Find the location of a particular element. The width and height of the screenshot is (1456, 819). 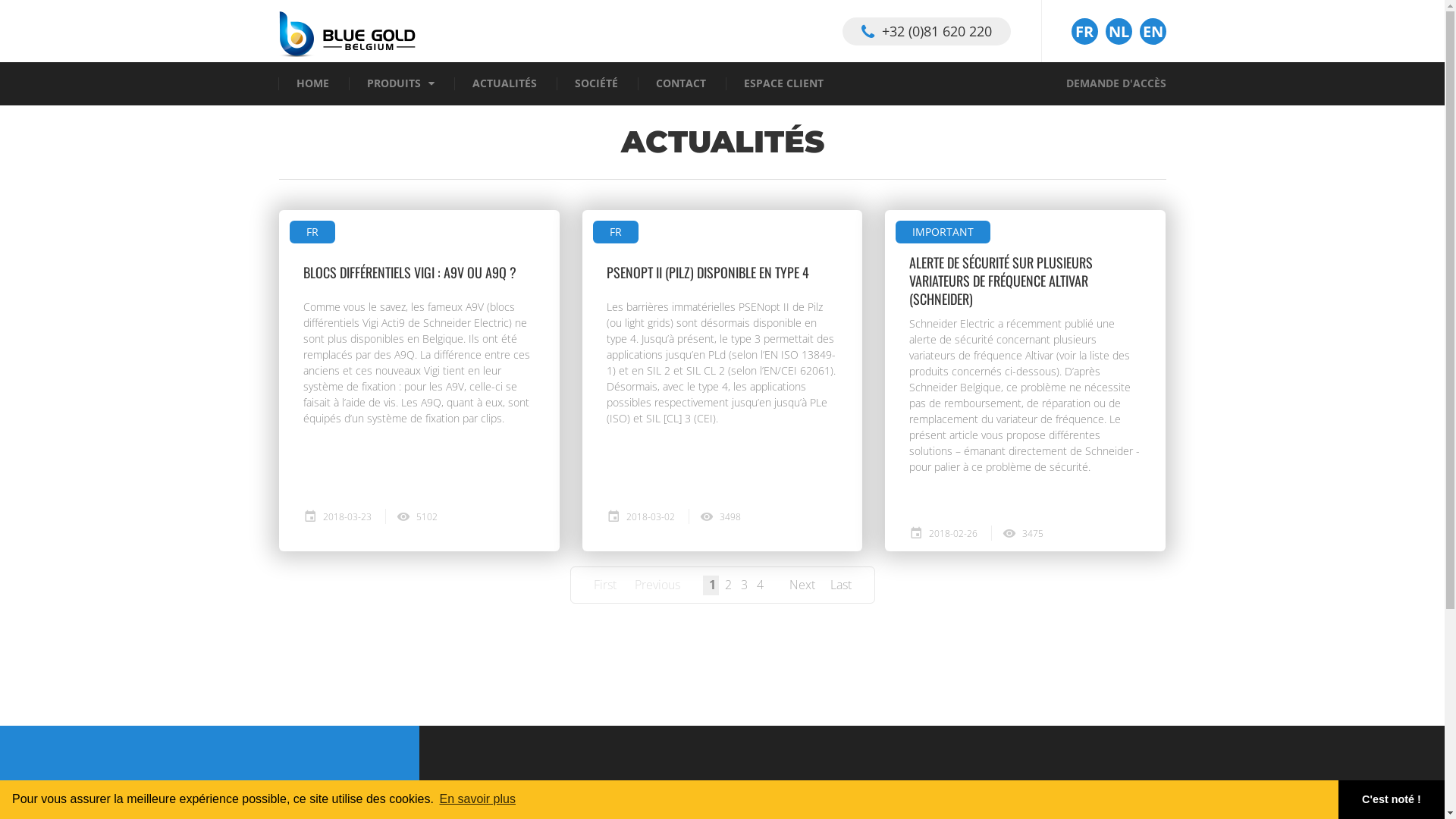

'3' is located at coordinates (743, 584).